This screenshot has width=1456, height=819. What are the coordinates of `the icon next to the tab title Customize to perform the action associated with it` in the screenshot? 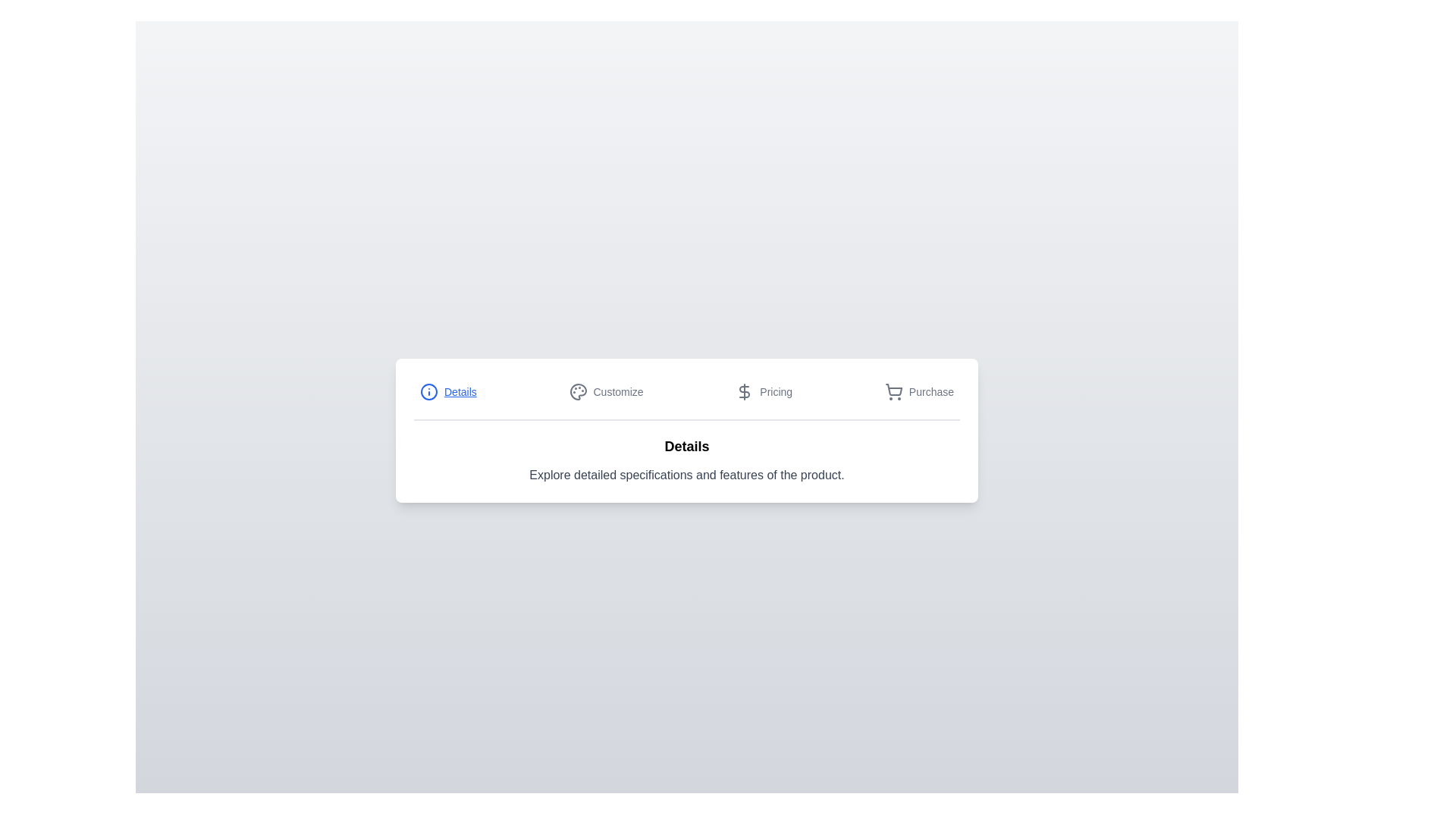 It's located at (577, 391).